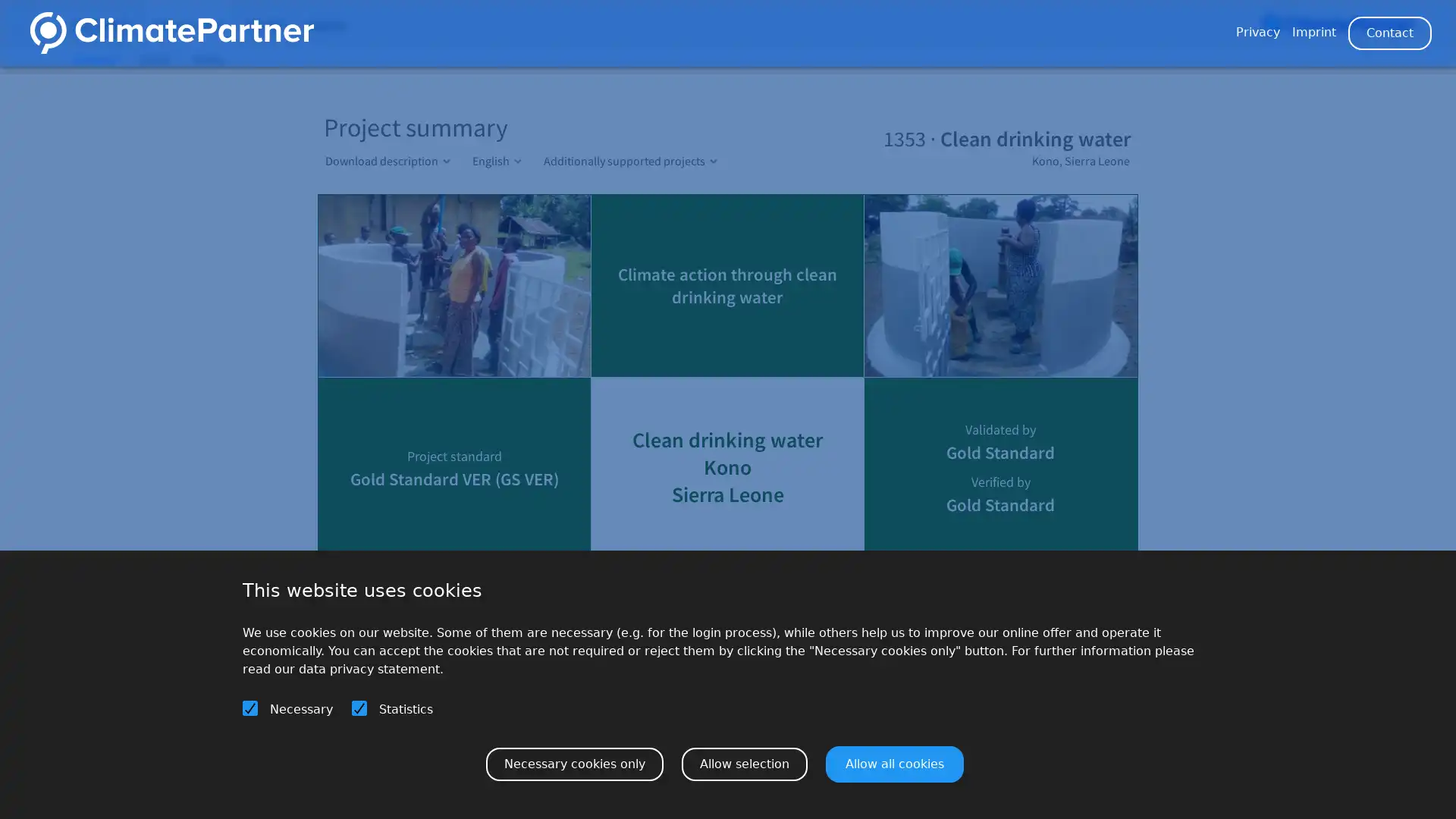 This screenshot has height=819, width=1456. Describe the element at coordinates (895, 763) in the screenshot. I see `Allow all cookies` at that location.